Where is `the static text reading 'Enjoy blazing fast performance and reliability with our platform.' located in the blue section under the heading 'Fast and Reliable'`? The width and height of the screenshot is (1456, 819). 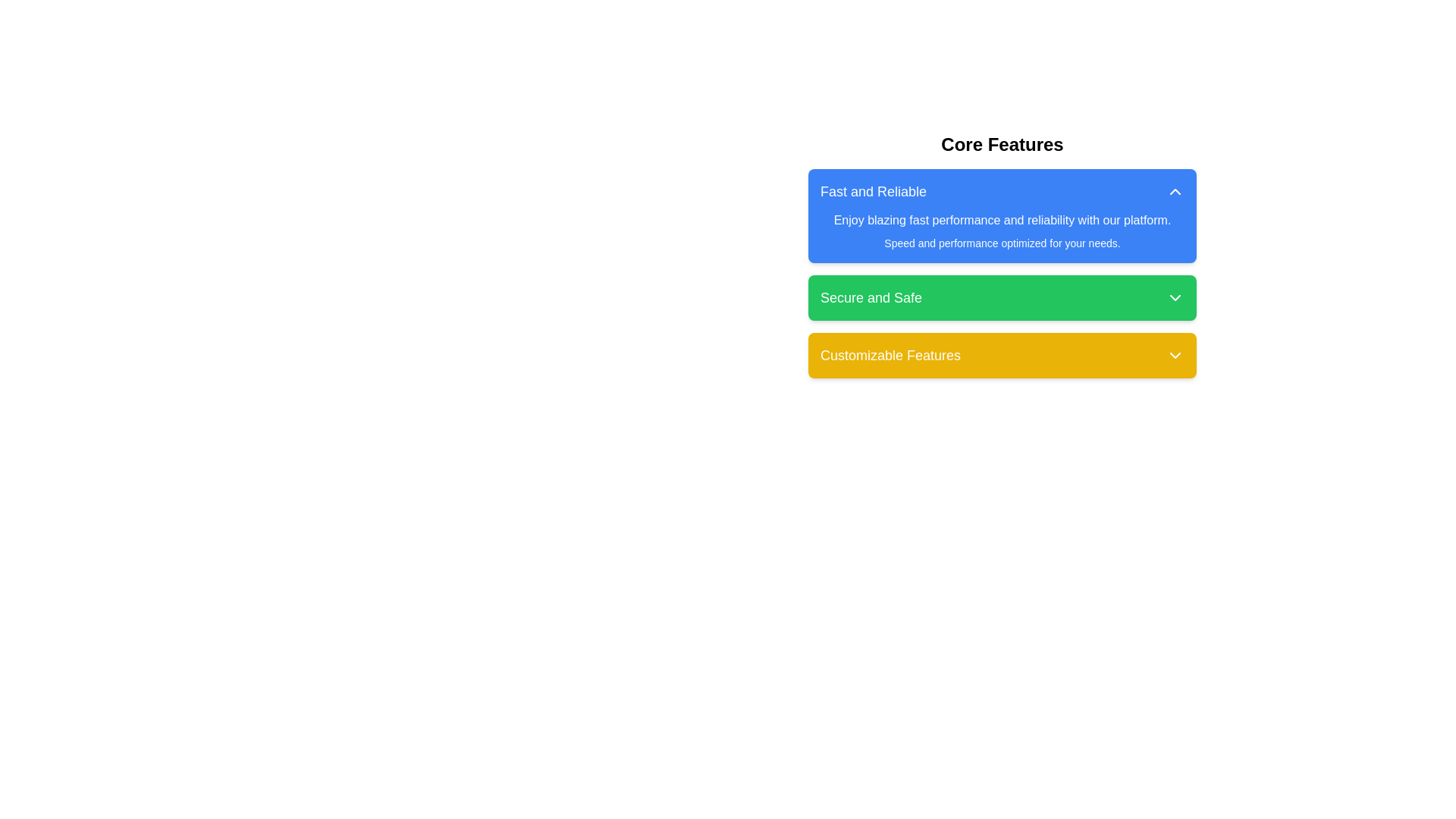 the static text reading 'Enjoy blazing fast performance and reliability with our platform.' located in the blue section under the heading 'Fast and Reliable' is located at coordinates (1002, 220).